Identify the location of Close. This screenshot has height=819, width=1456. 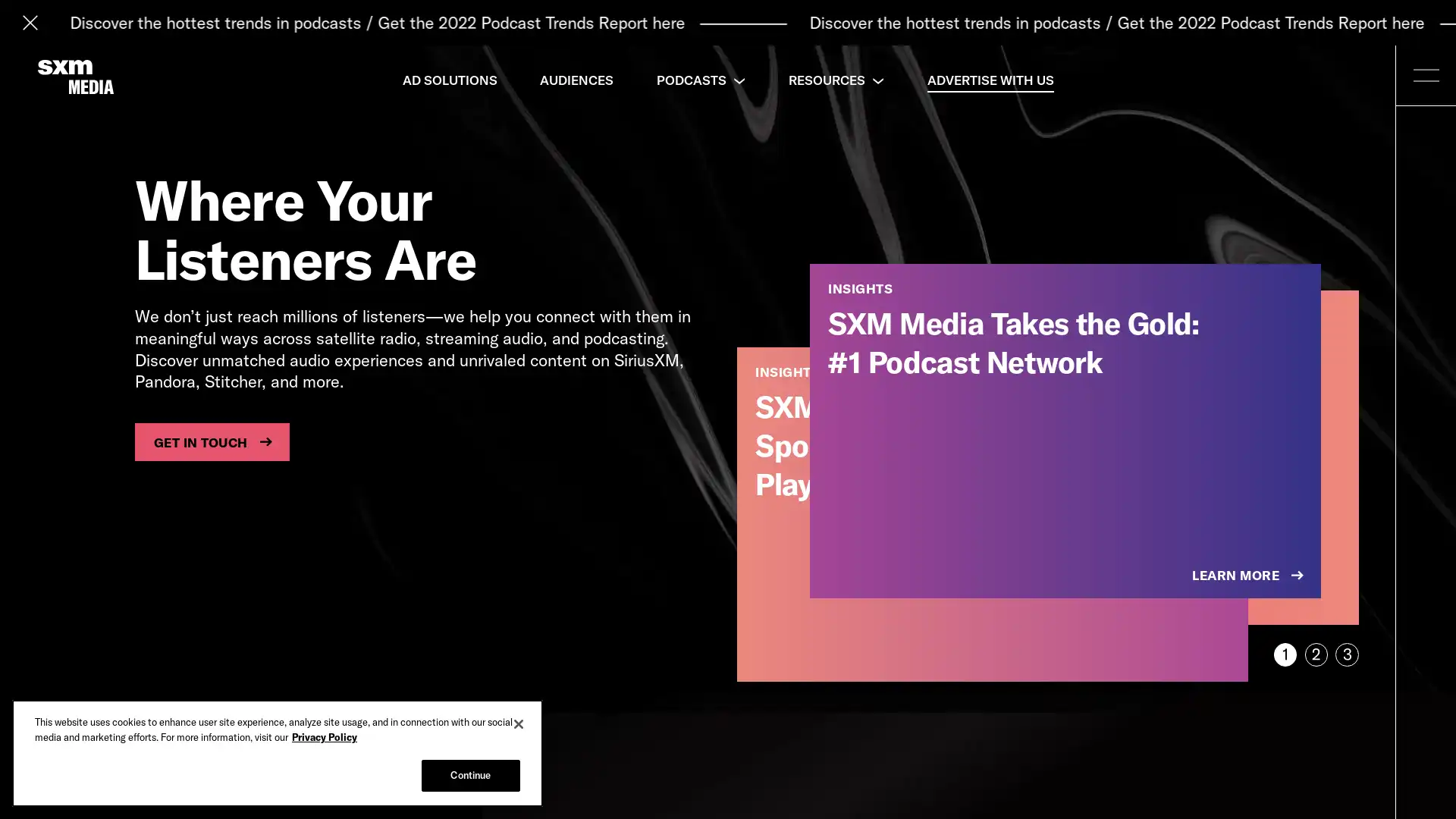
(519, 723).